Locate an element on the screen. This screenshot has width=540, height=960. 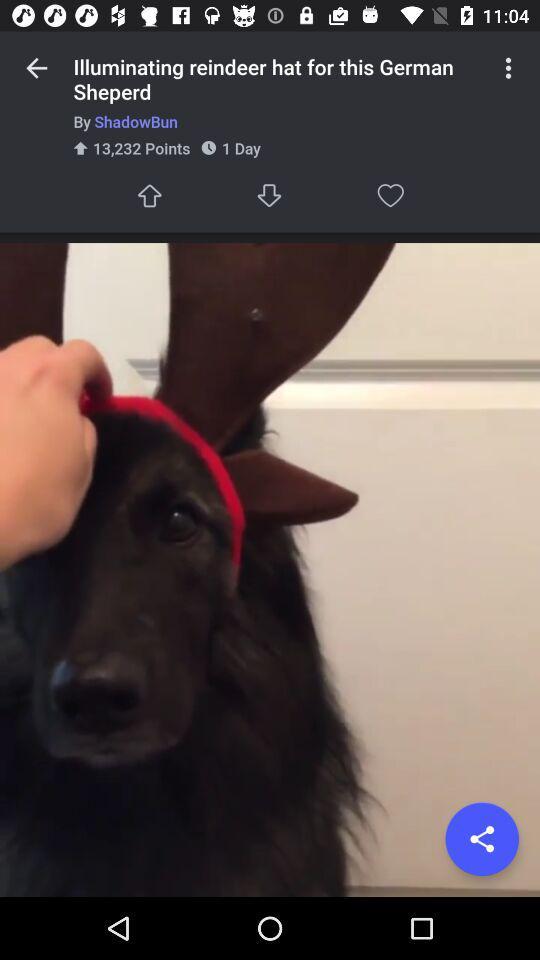
the icon to the left of 1 day icon is located at coordinates (148, 195).